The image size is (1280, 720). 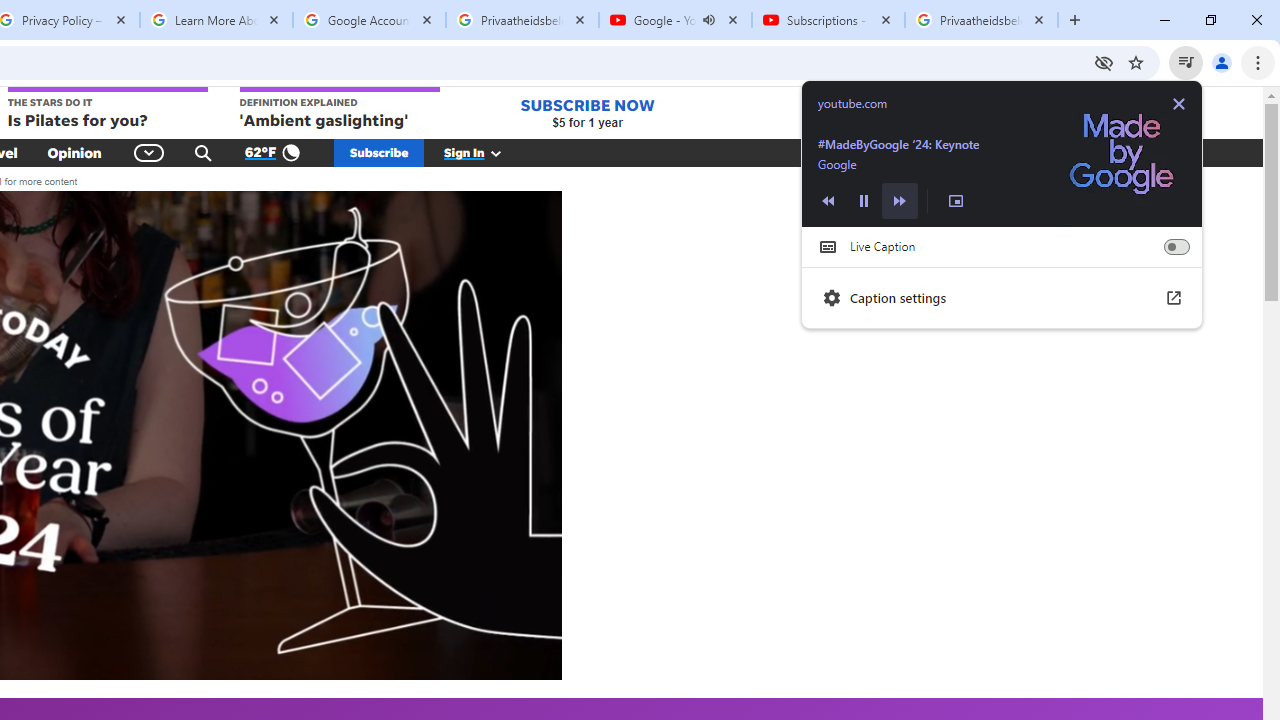 I want to click on 'Sign In', so click(x=483, y=152).